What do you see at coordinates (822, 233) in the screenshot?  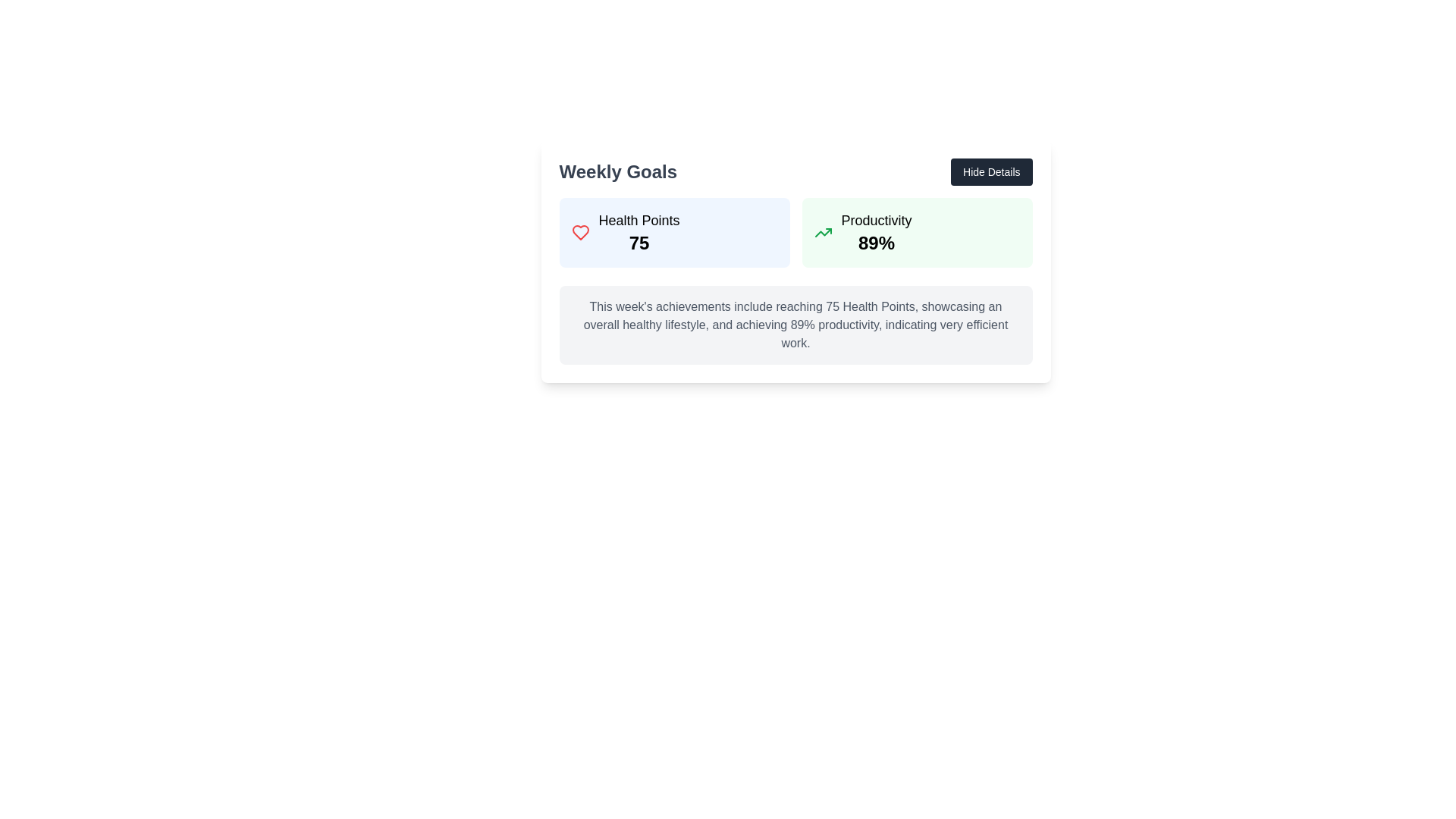 I see `the green upward trending arrow icon located within the 'Productivity 89%' section, which signifies growth or improvement` at bounding box center [822, 233].